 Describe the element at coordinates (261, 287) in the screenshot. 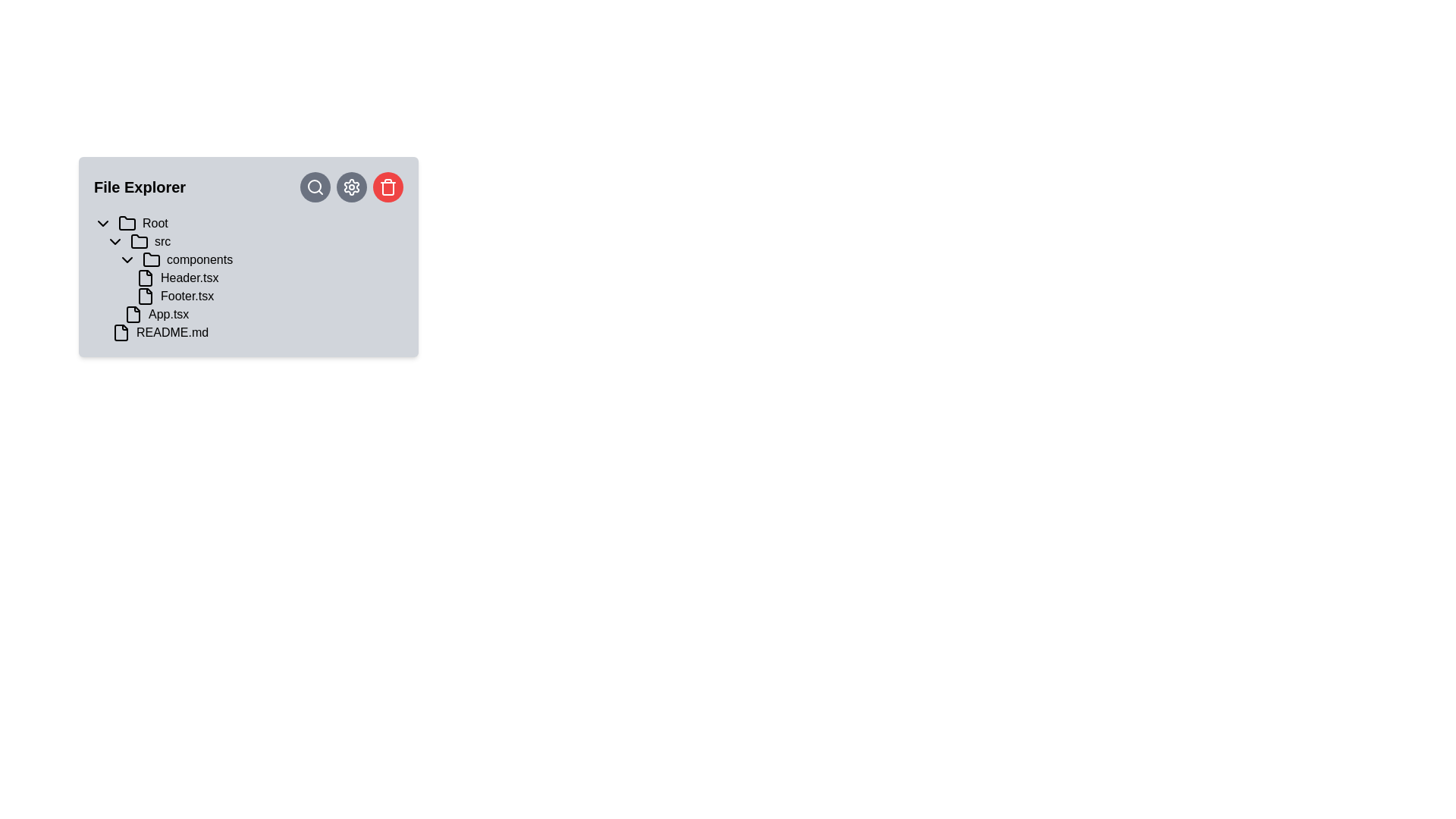

I see `to select a file in the file list located within the 'components' folder of the file tree under the 'src' folder` at that location.